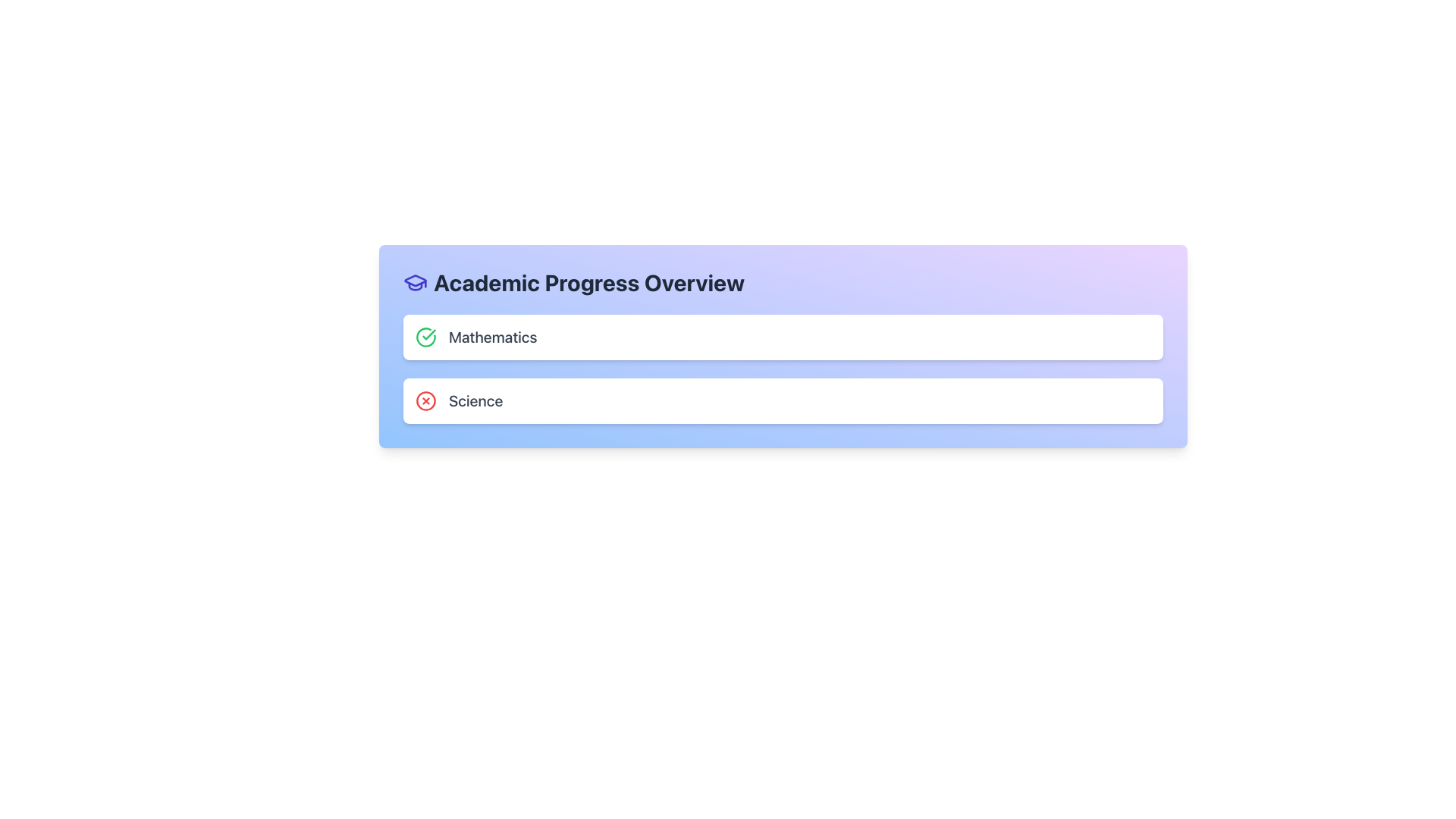 This screenshot has height=819, width=1456. What do you see at coordinates (425, 336) in the screenshot?
I see `the green circular icon with a checkmark inside, located to the left of the 'Mathematics' text in the 'Academic Progress Overview' section` at bounding box center [425, 336].